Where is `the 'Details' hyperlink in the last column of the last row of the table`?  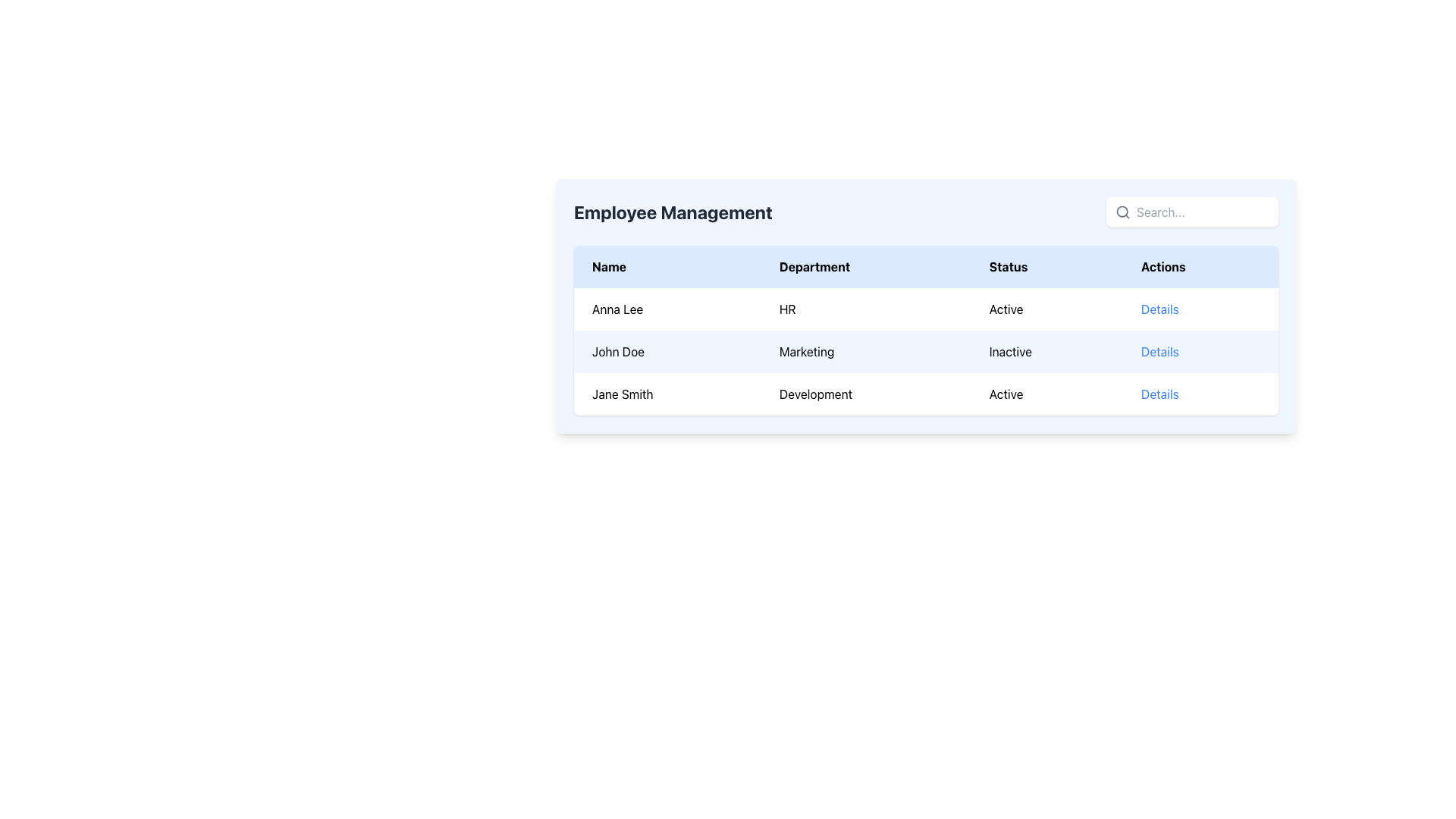 the 'Details' hyperlink in the last column of the last row of the table is located at coordinates (1200, 394).